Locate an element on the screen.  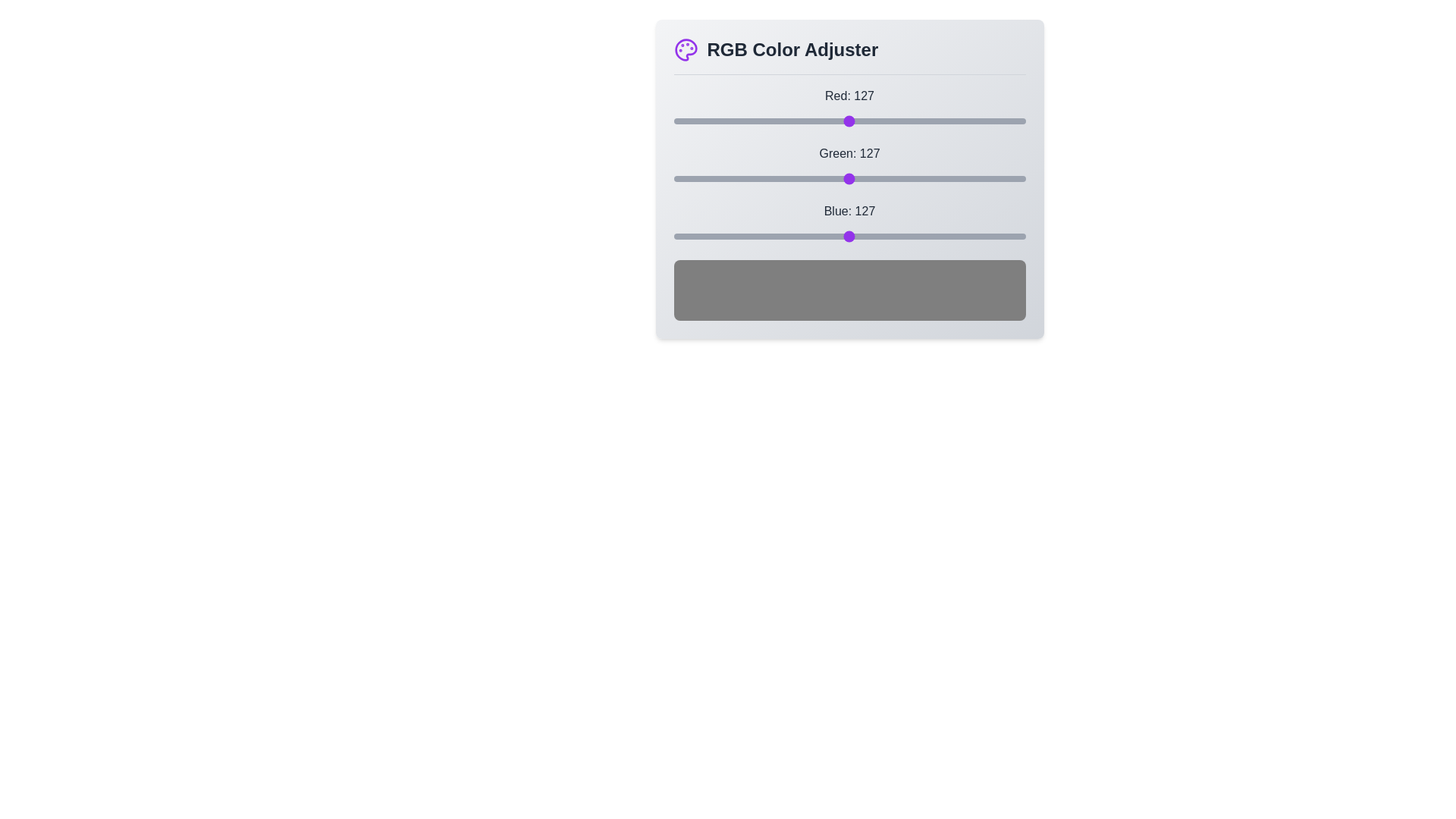
the green slider to set the green value to 237 is located at coordinates (1000, 177).